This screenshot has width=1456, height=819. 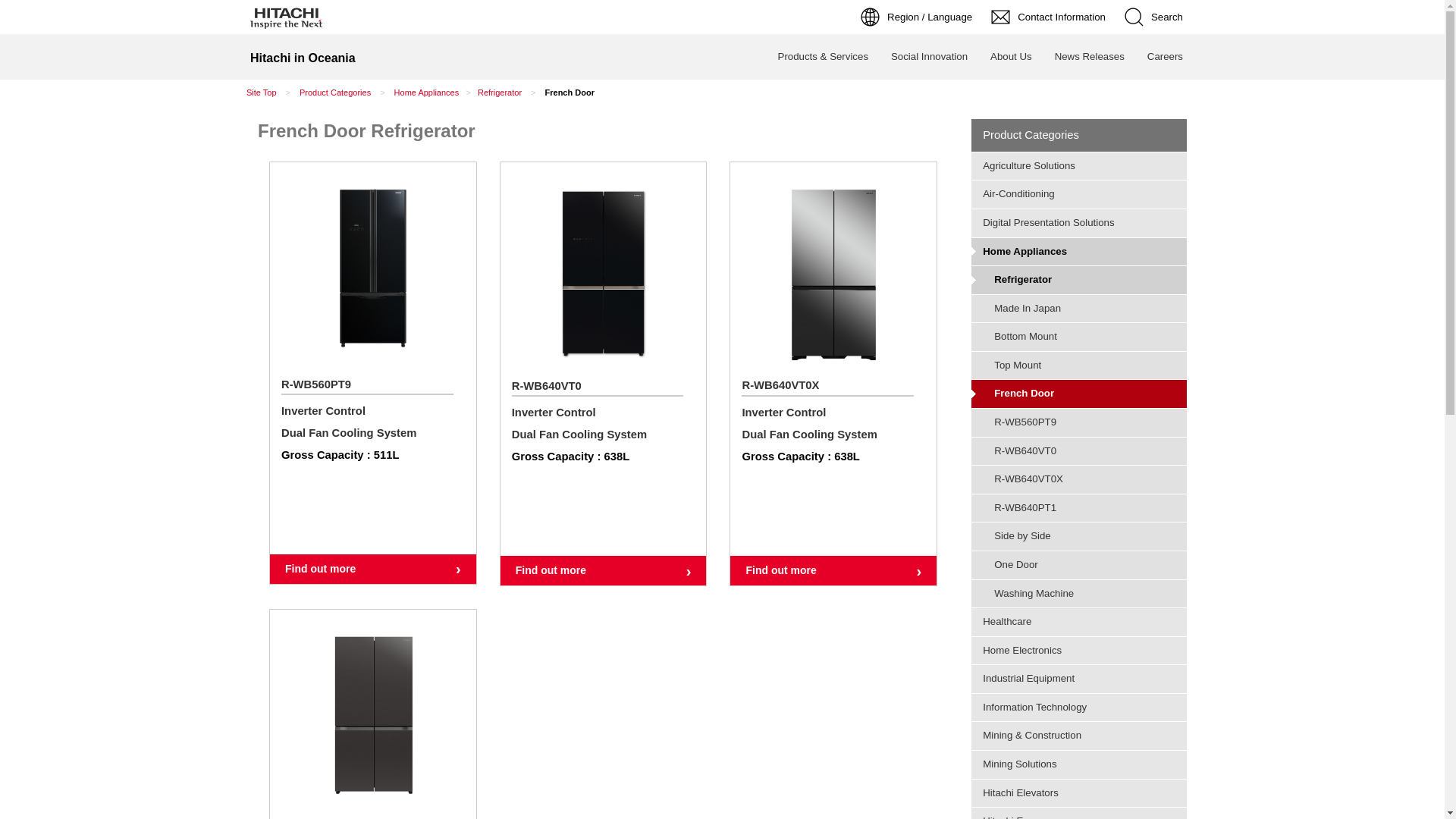 I want to click on 'One Door', so click(x=971, y=564).